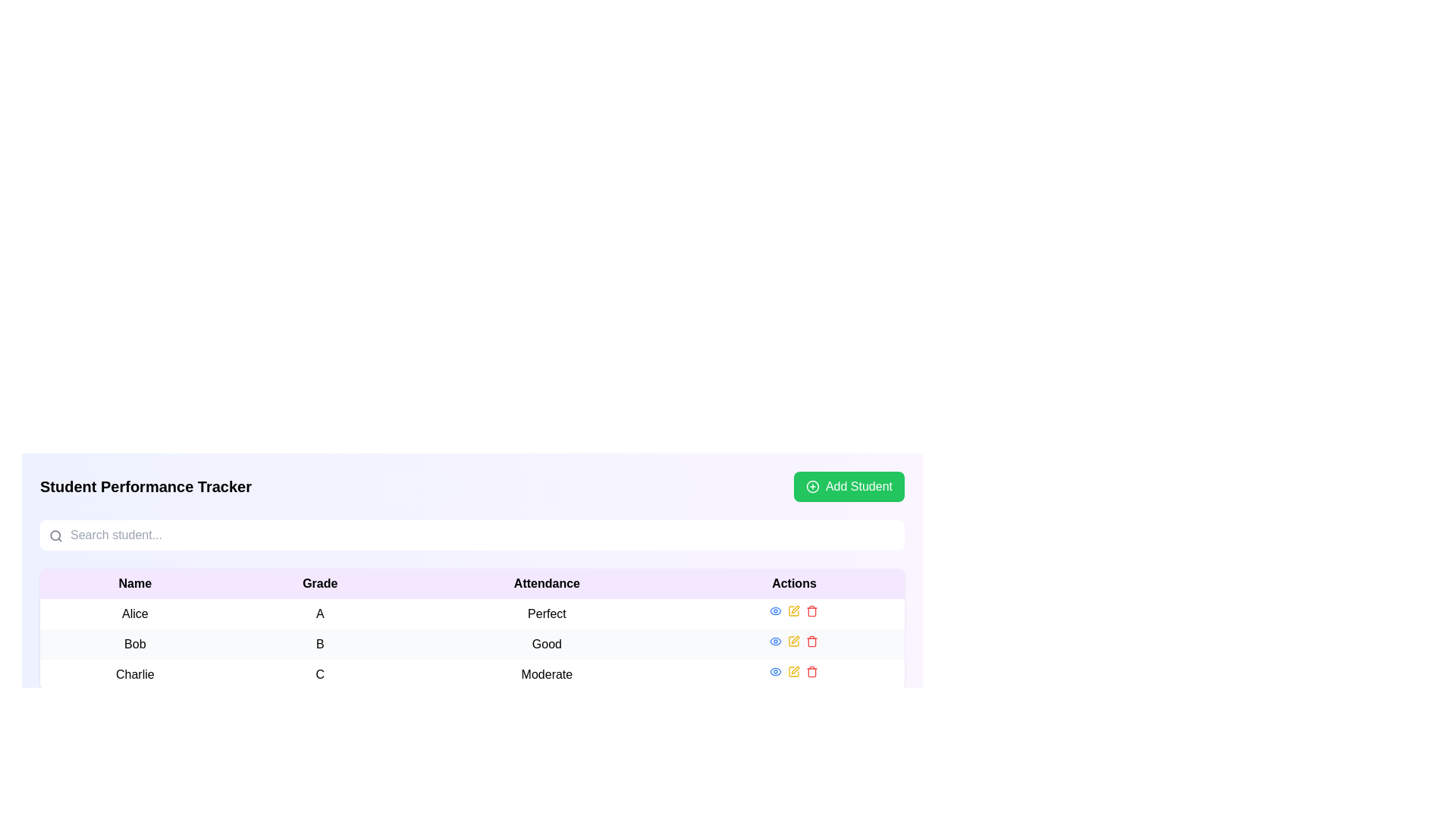  Describe the element at coordinates (793, 641) in the screenshot. I see `the blue eye icon in the Actions column of the table for the row corresponding to 'Good' attendance` at that location.